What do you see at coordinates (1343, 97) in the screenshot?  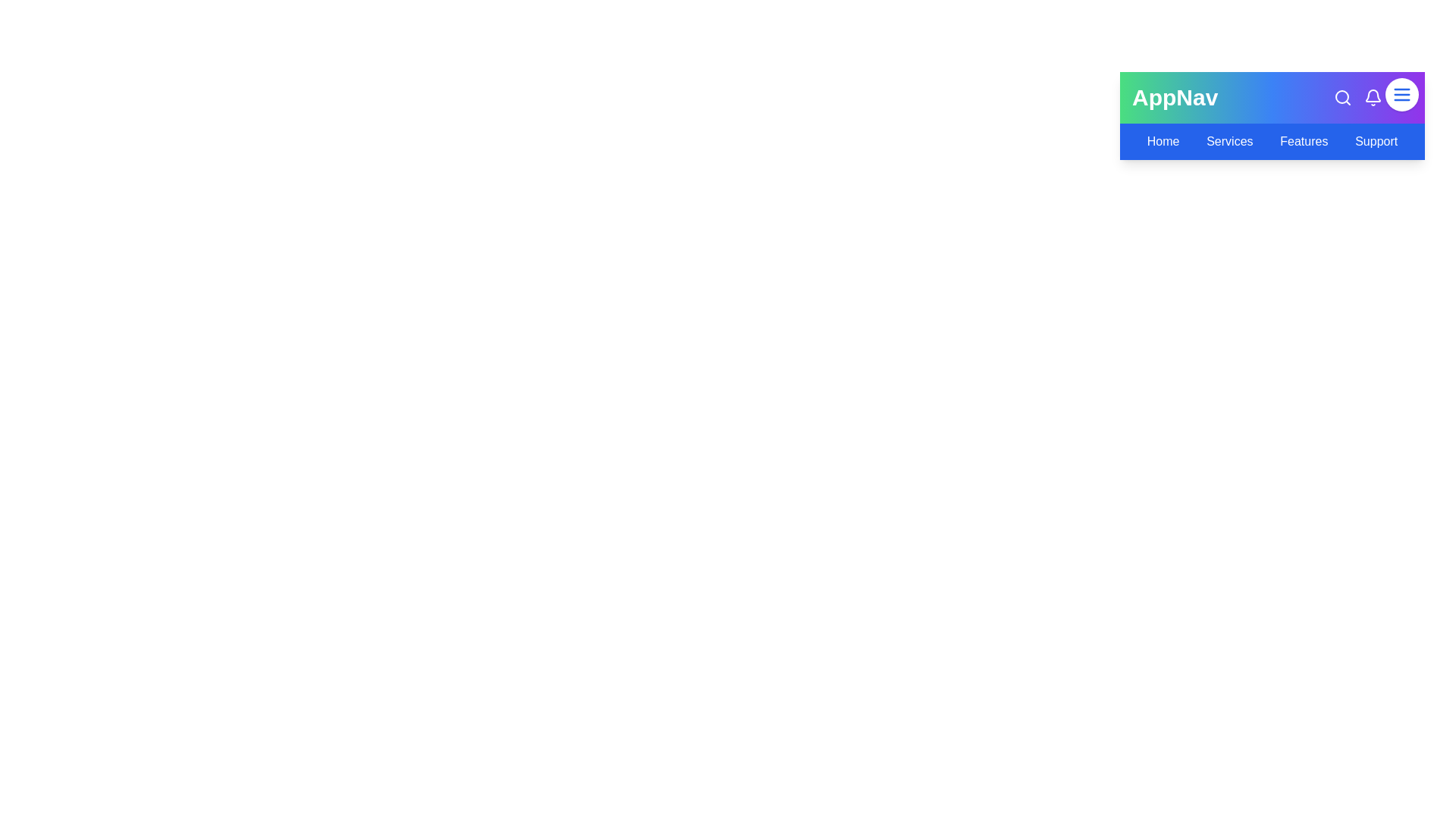 I see `the search icon to activate the search functionality` at bounding box center [1343, 97].